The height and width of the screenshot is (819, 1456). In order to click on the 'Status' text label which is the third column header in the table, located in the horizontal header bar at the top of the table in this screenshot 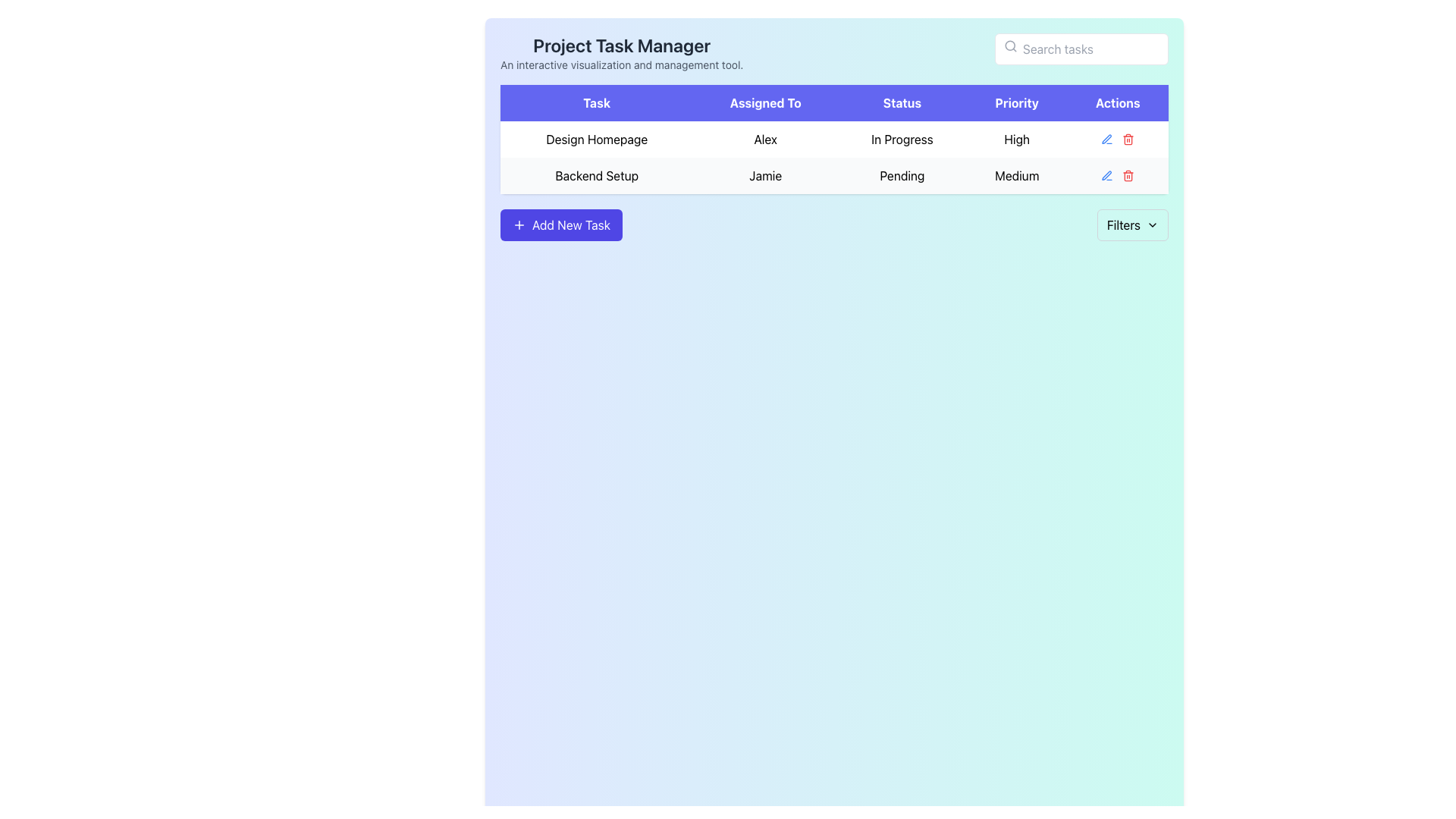, I will do `click(902, 102)`.